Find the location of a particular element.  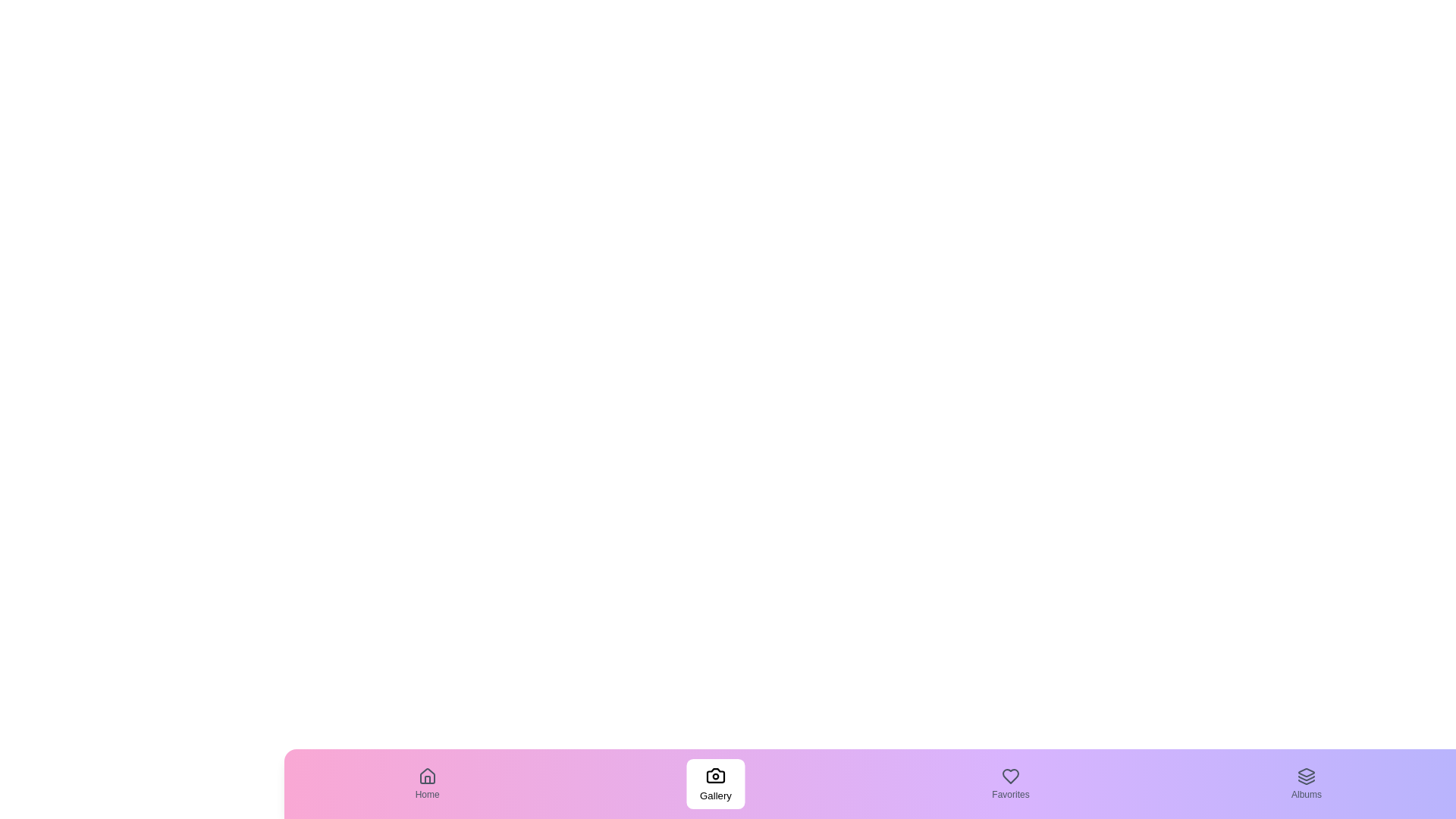

the tab labeled Gallery to observe its hover effect is located at coordinates (715, 783).